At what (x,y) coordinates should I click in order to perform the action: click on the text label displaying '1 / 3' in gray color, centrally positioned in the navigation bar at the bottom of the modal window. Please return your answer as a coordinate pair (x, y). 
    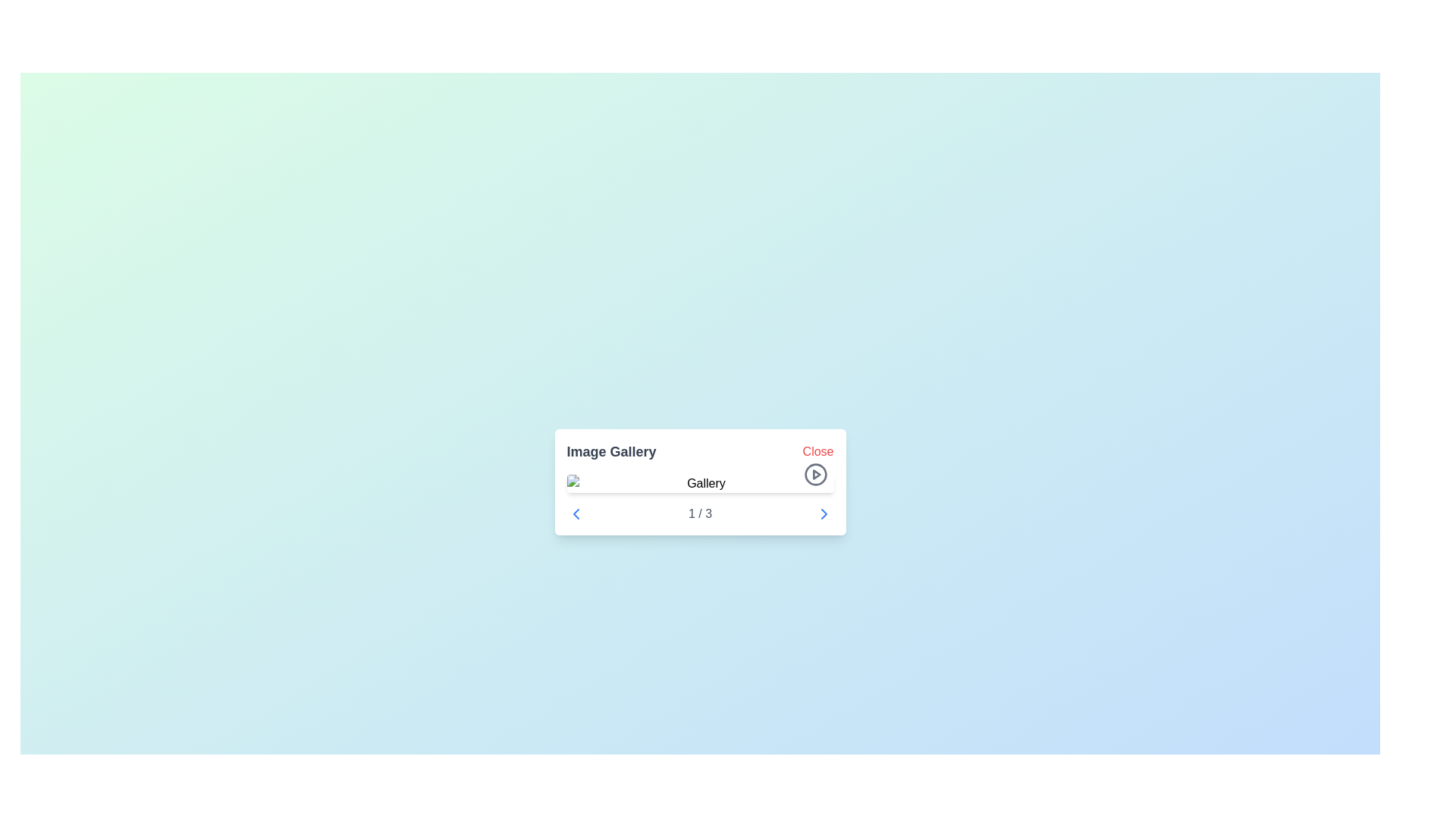
    Looking at the image, I should click on (699, 513).